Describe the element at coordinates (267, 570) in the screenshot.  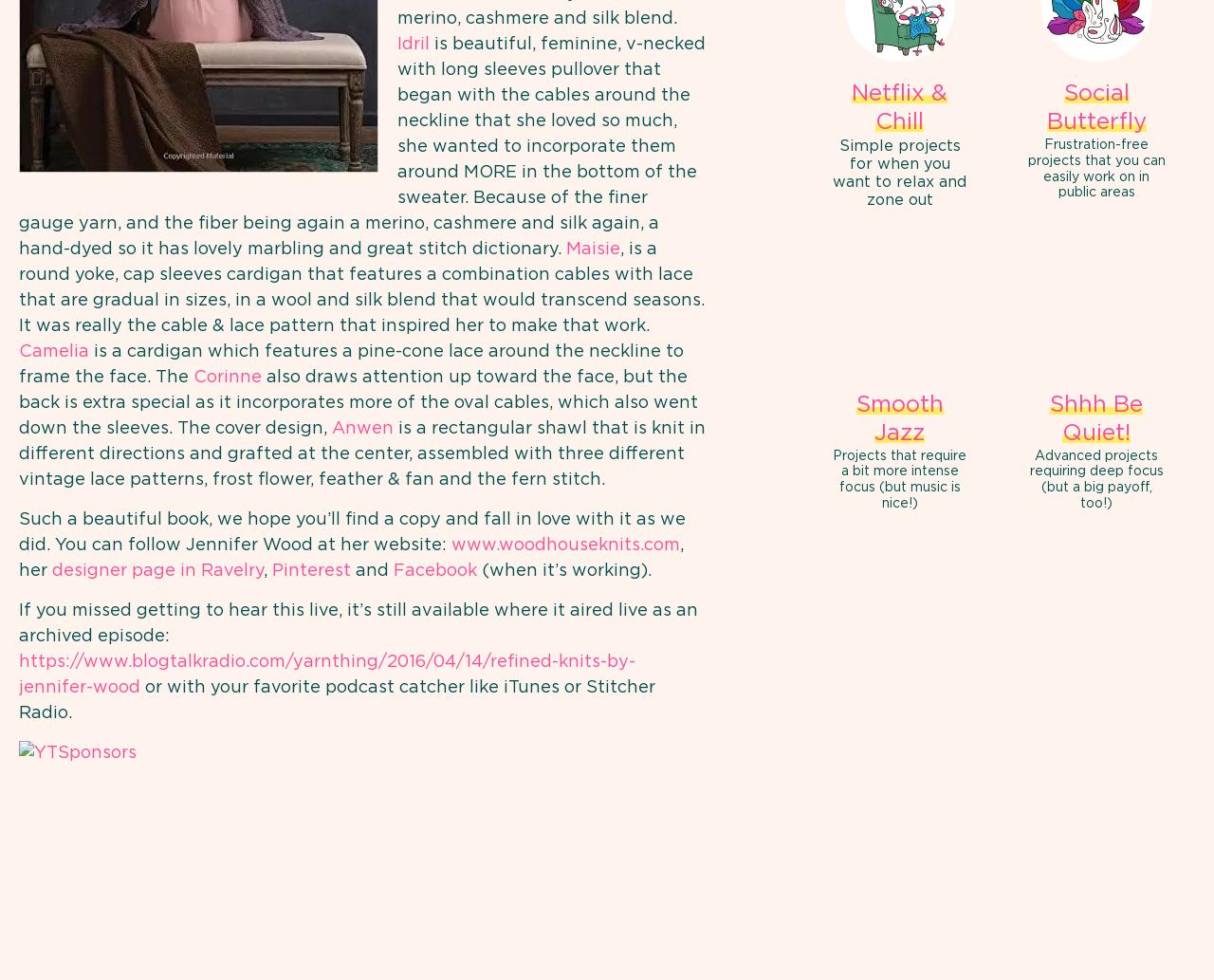
I see `','` at that location.